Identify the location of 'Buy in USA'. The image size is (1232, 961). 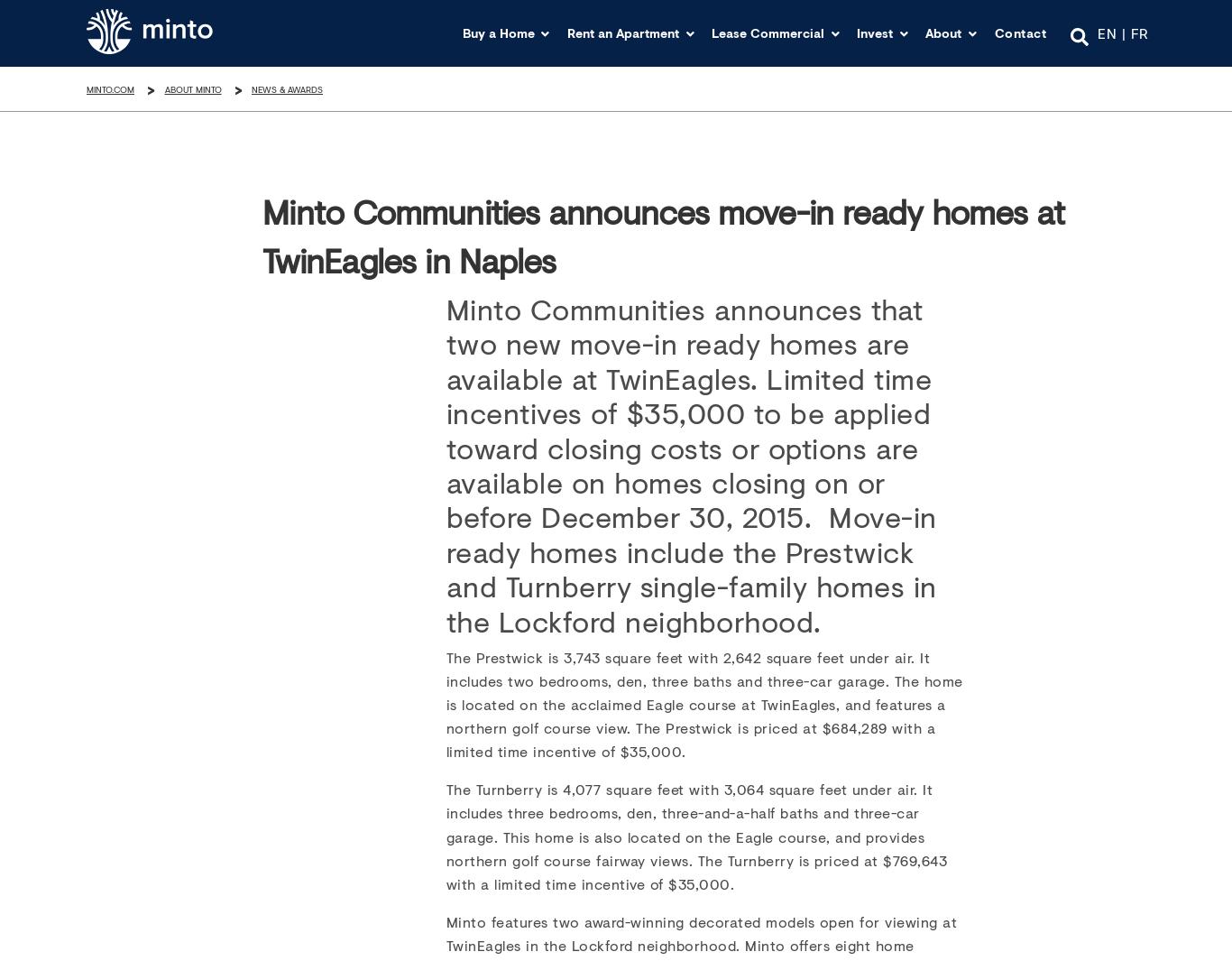
(667, 82).